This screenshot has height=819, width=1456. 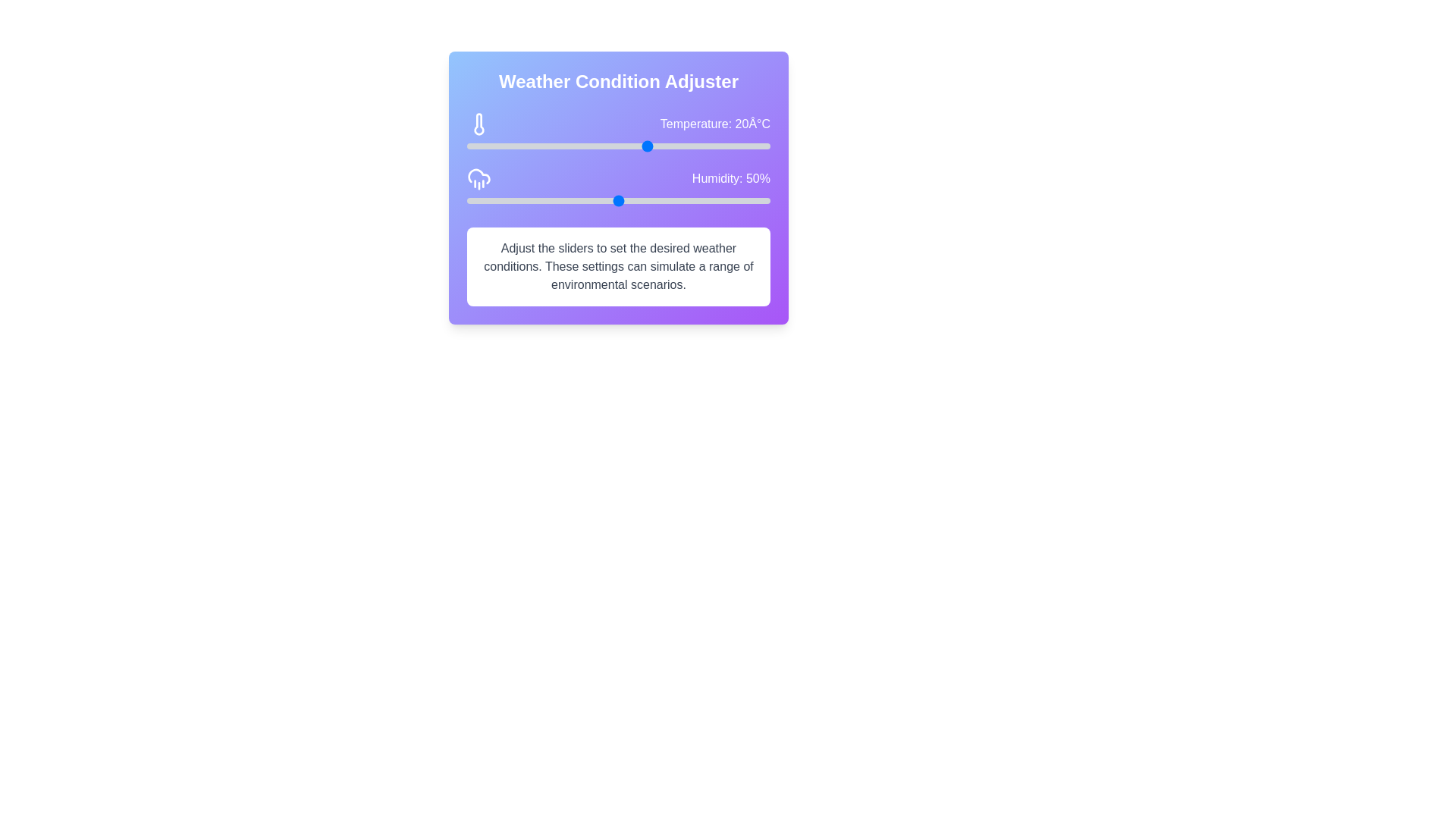 I want to click on the humidity slider to set the value to 72%, so click(x=684, y=200).